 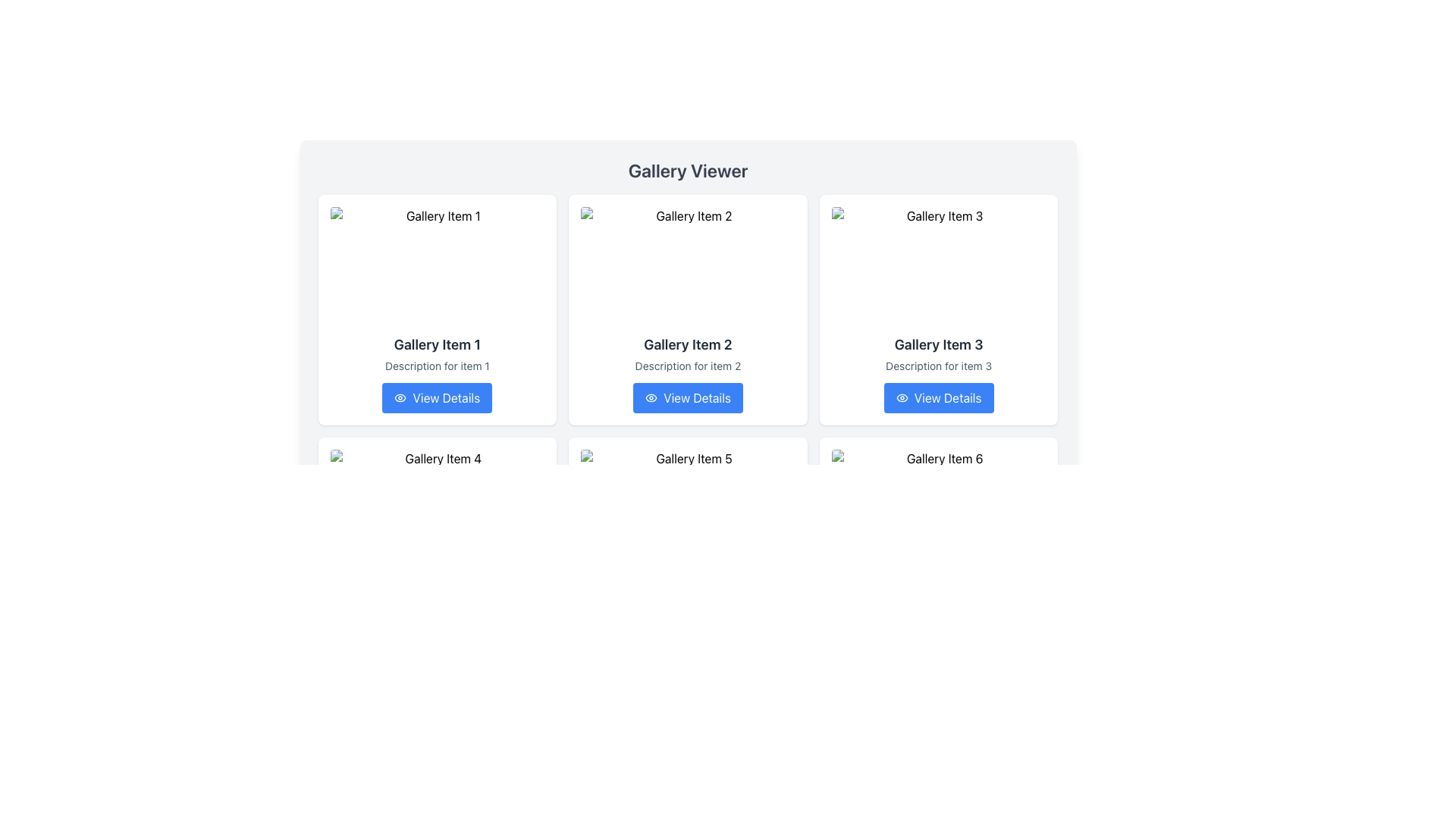 What do you see at coordinates (436, 397) in the screenshot?
I see `the 'View Details' button with rounded corners located at the bottom of the 'Gallery Item 1' card` at bounding box center [436, 397].